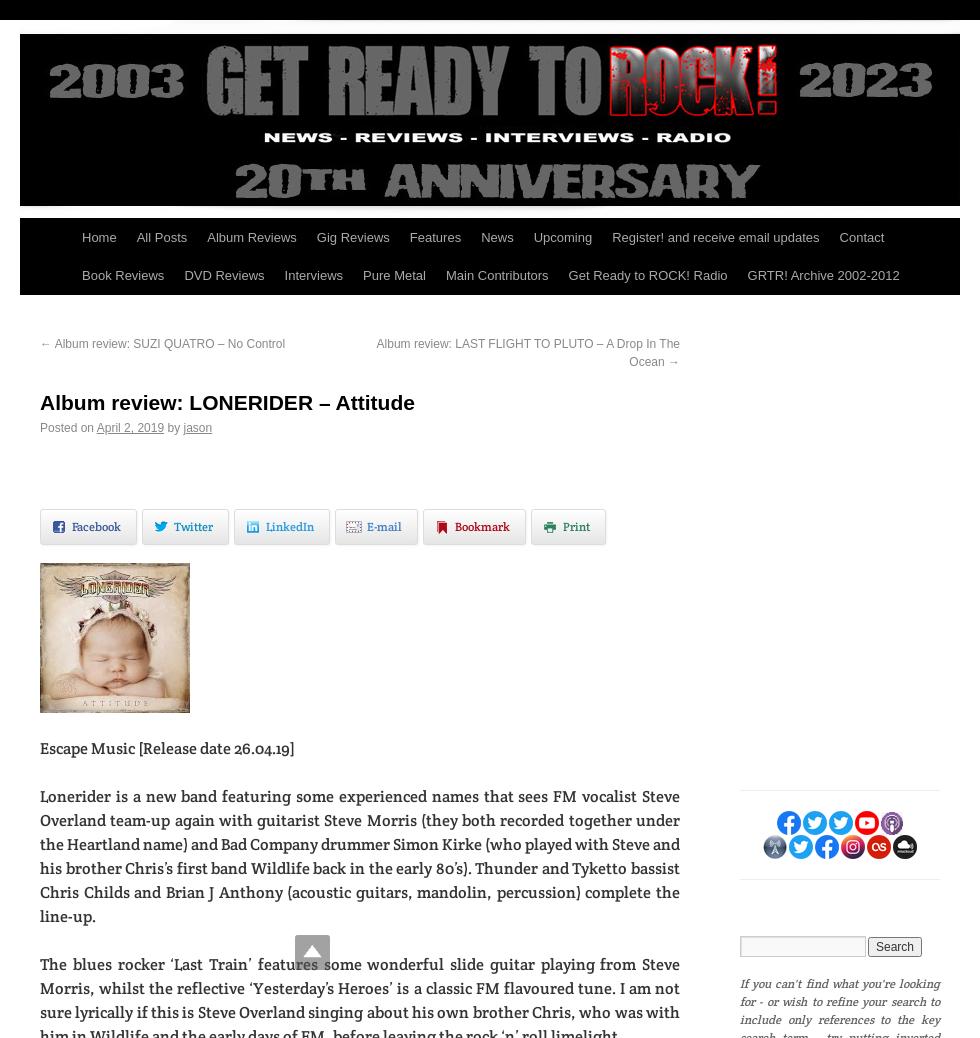 This screenshot has width=980, height=1038. What do you see at coordinates (482, 525) in the screenshot?
I see `'Bookmark'` at bounding box center [482, 525].